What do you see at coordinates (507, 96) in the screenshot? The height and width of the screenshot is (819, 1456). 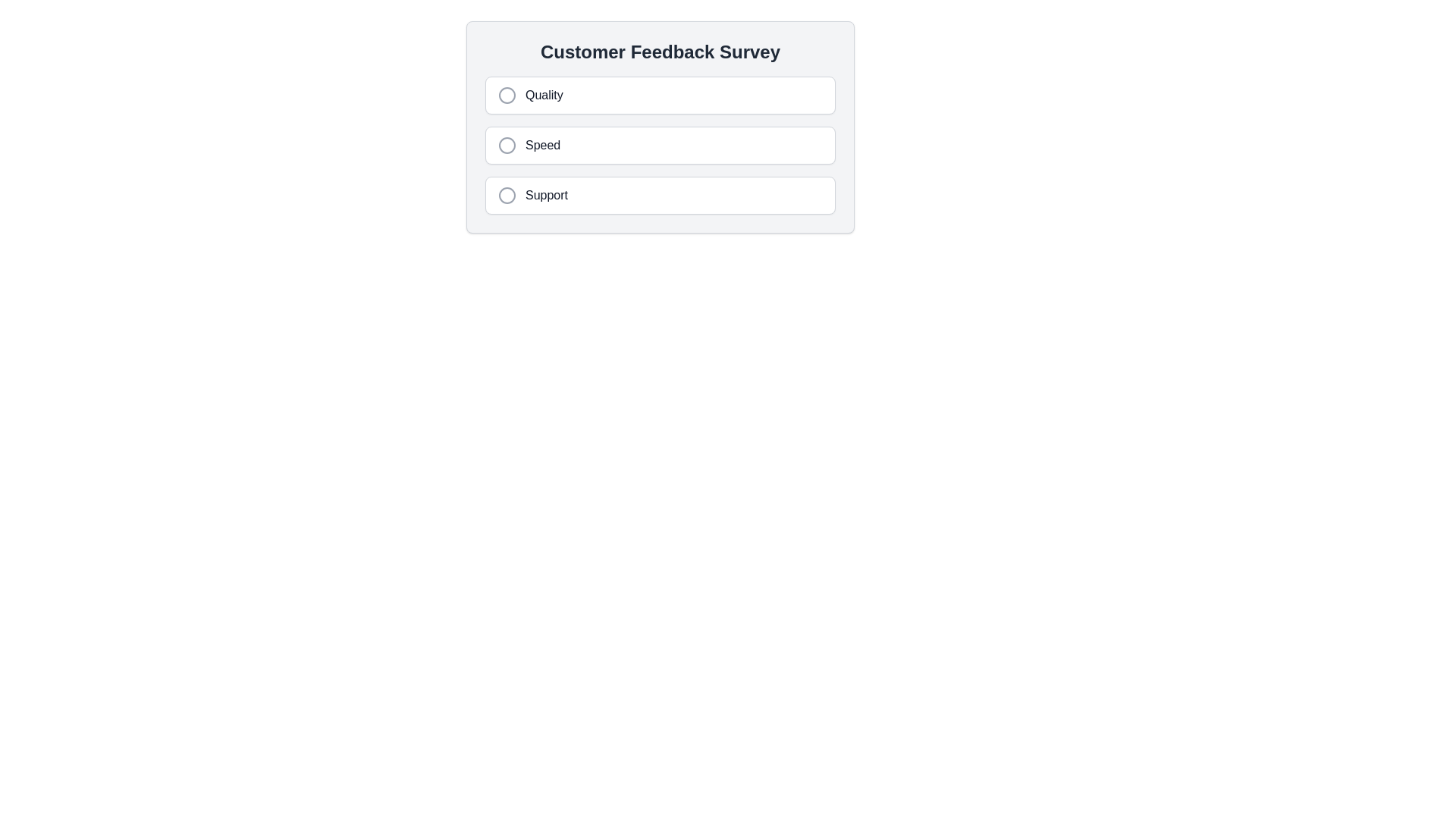 I see `the unselected radio button for 'Quality'` at bounding box center [507, 96].